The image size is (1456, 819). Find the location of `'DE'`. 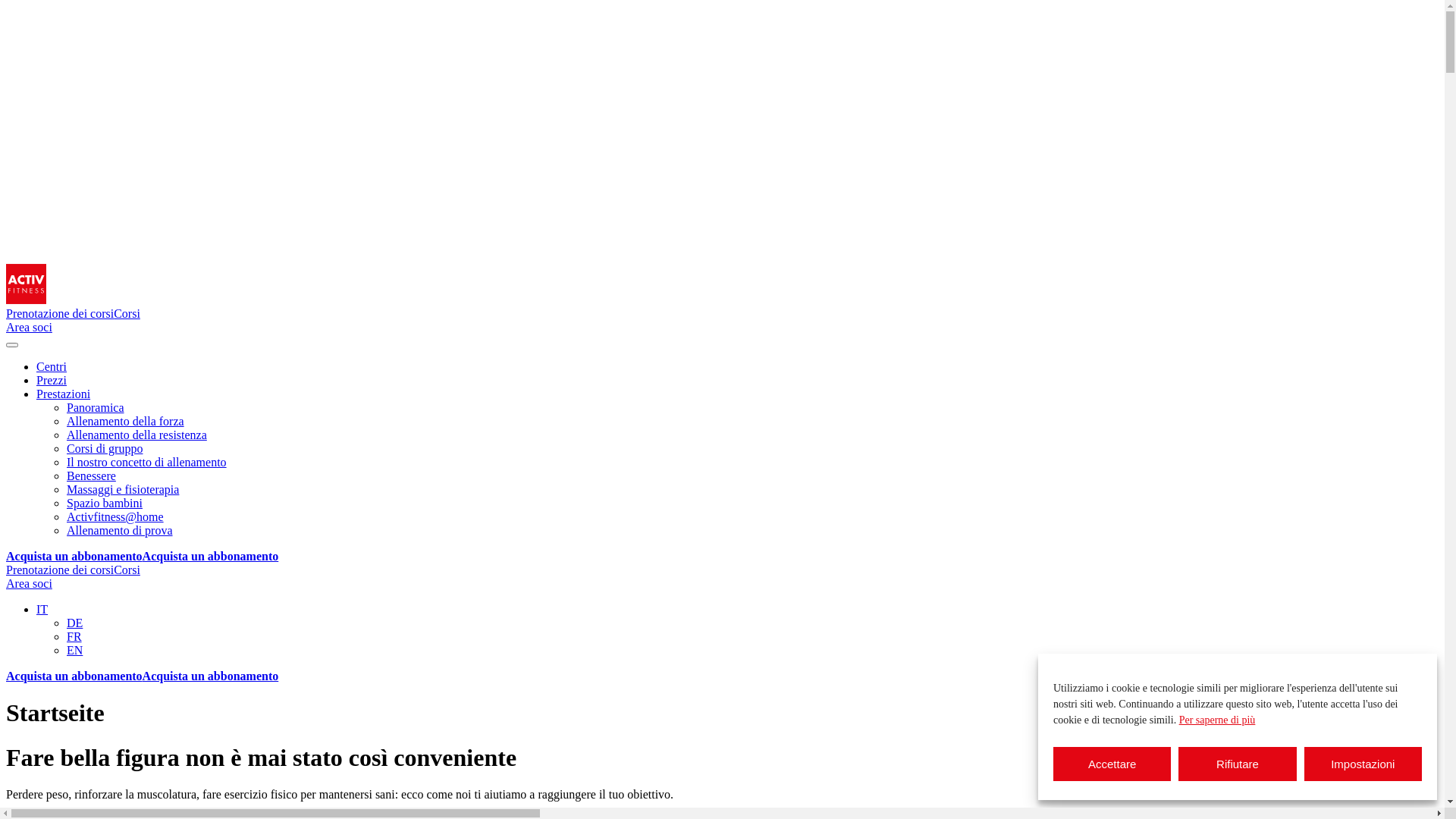

'DE' is located at coordinates (65, 623).